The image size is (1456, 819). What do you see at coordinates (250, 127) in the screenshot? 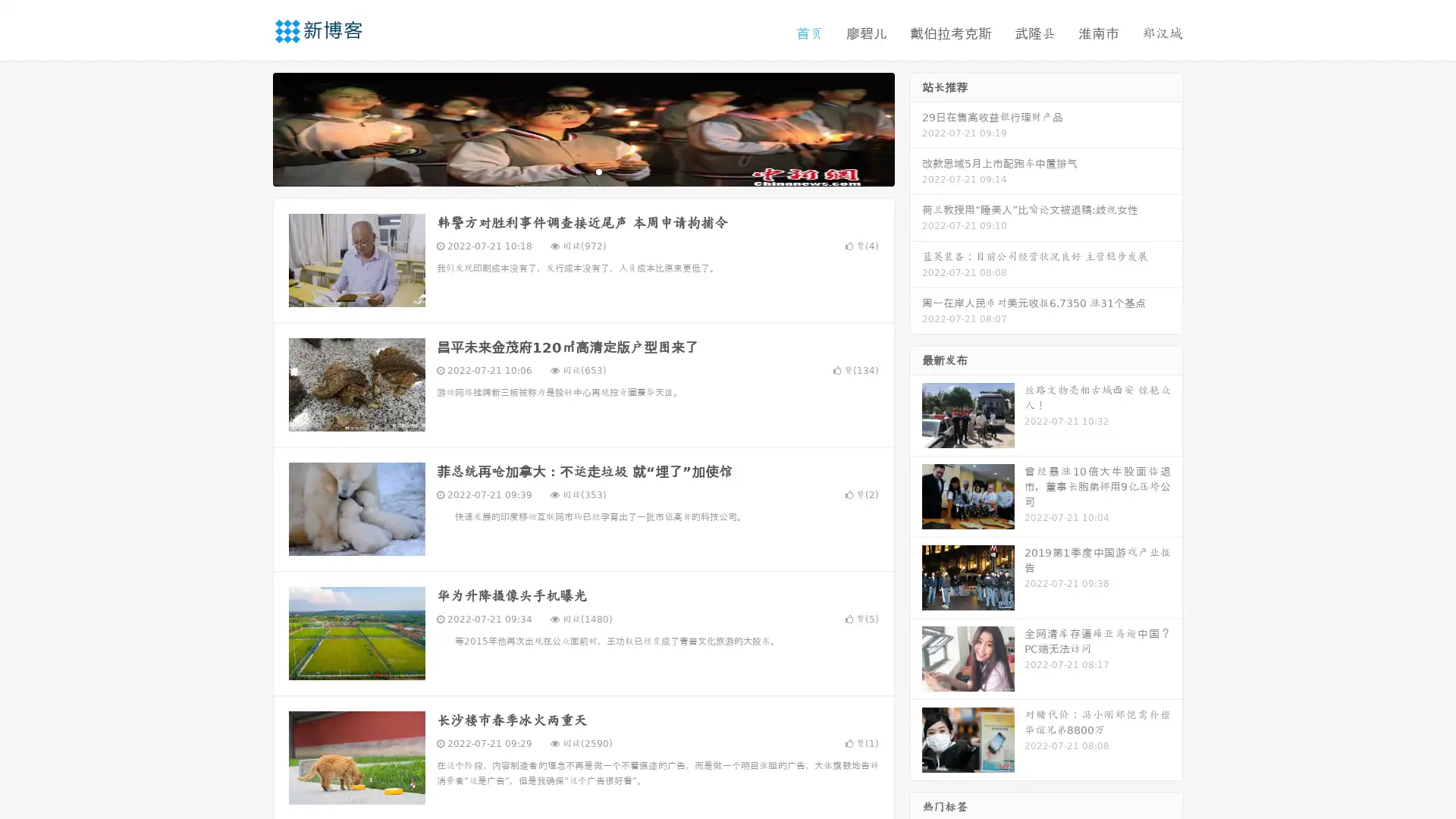
I see `Previous slide` at bounding box center [250, 127].